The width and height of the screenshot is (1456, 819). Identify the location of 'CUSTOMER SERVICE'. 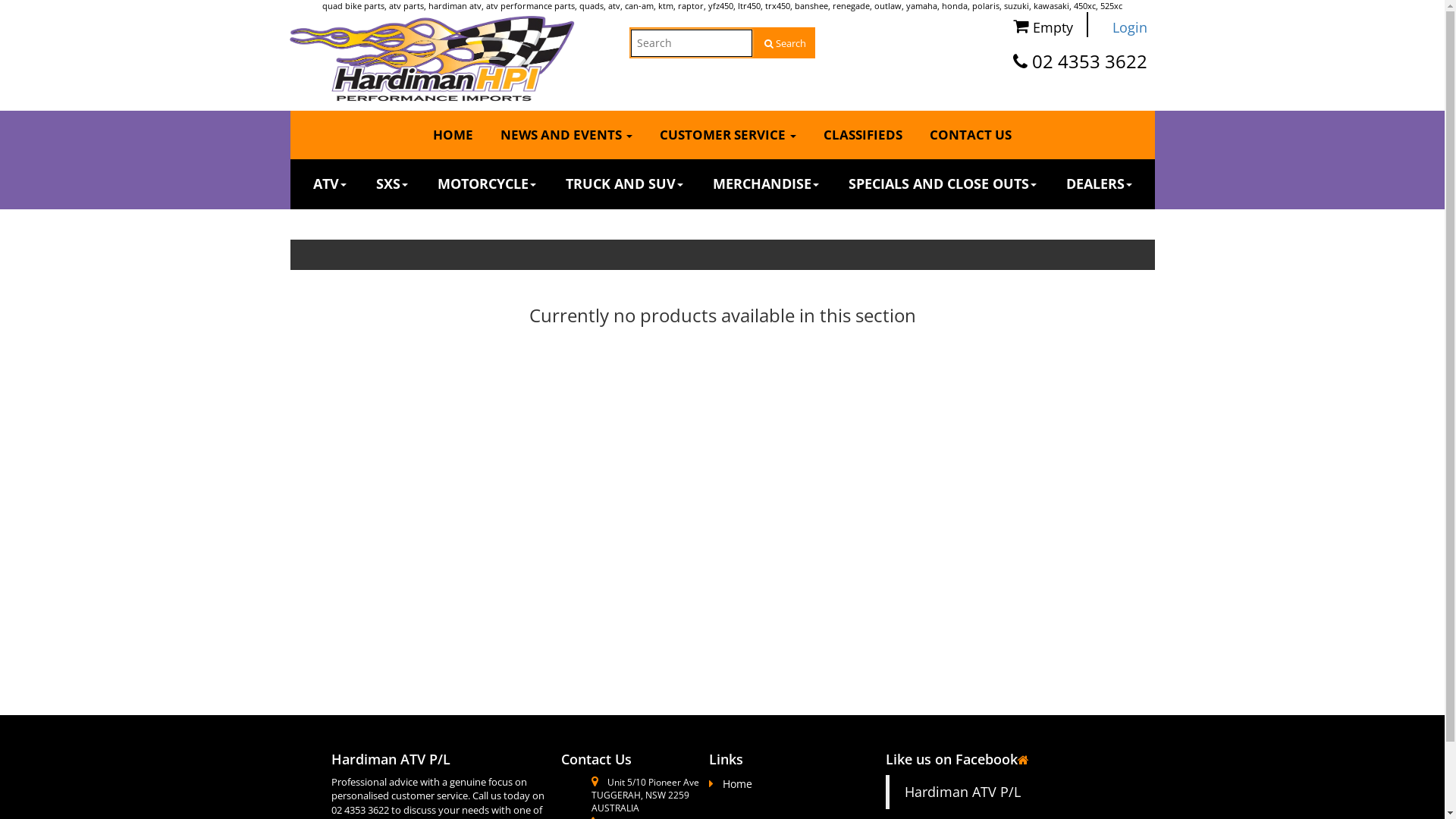
(728, 133).